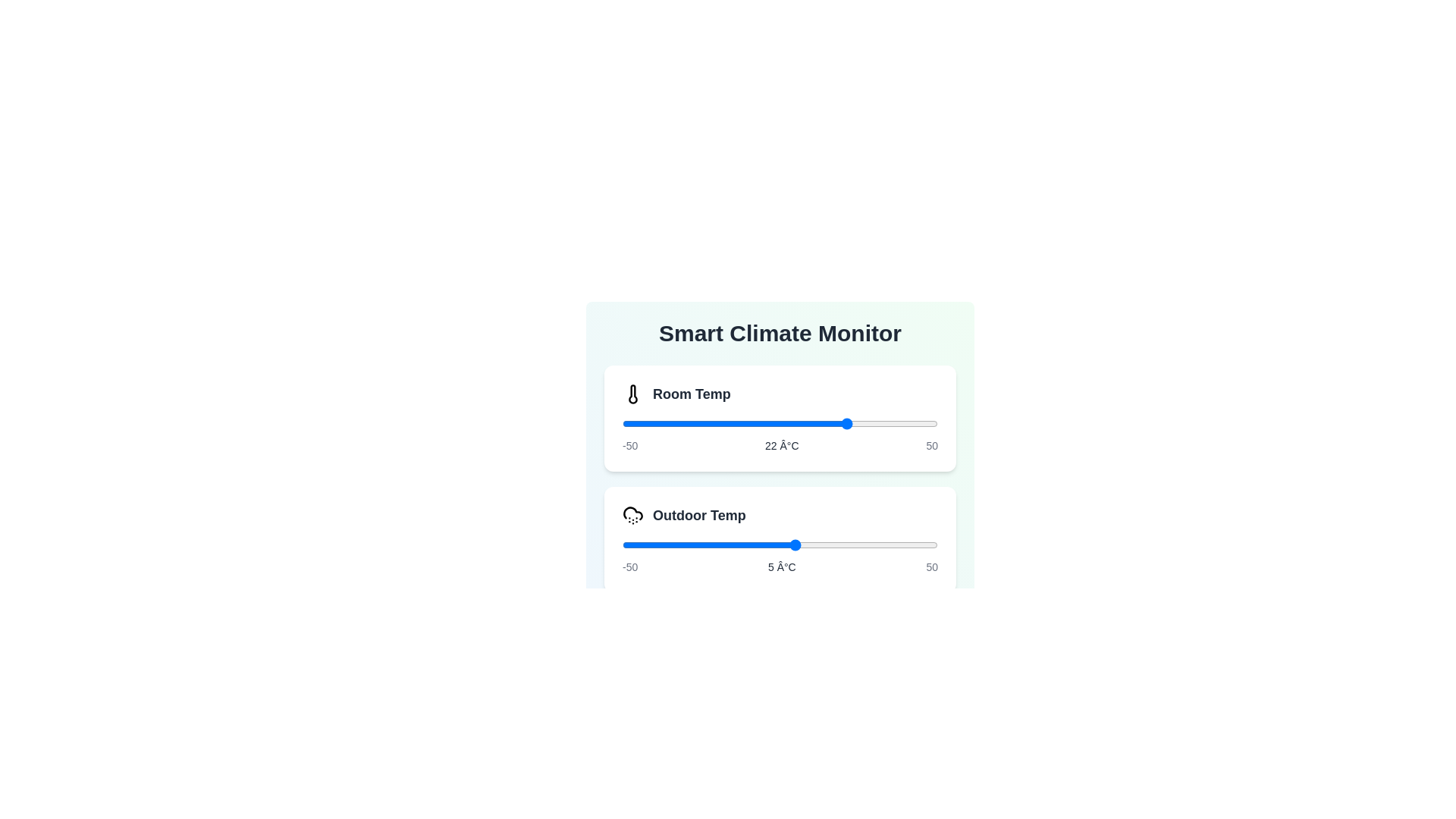 This screenshot has height=819, width=1456. I want to click on the slider for Outdoor Temp to set its value to -38°C, so click(660, 544).